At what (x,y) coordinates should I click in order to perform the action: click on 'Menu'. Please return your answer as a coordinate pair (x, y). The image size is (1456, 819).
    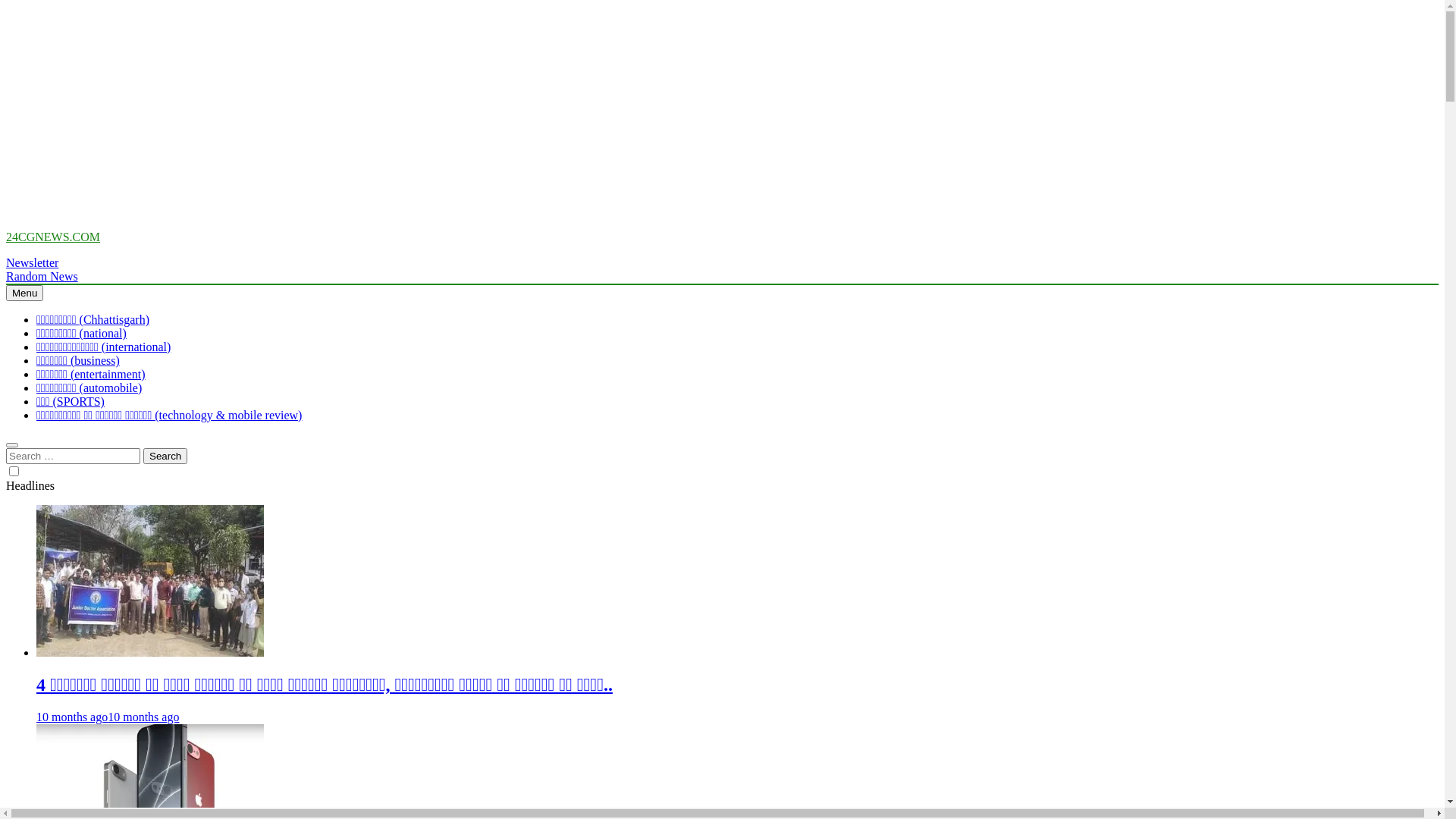
    Looking at the image, I should click on (24, 293).